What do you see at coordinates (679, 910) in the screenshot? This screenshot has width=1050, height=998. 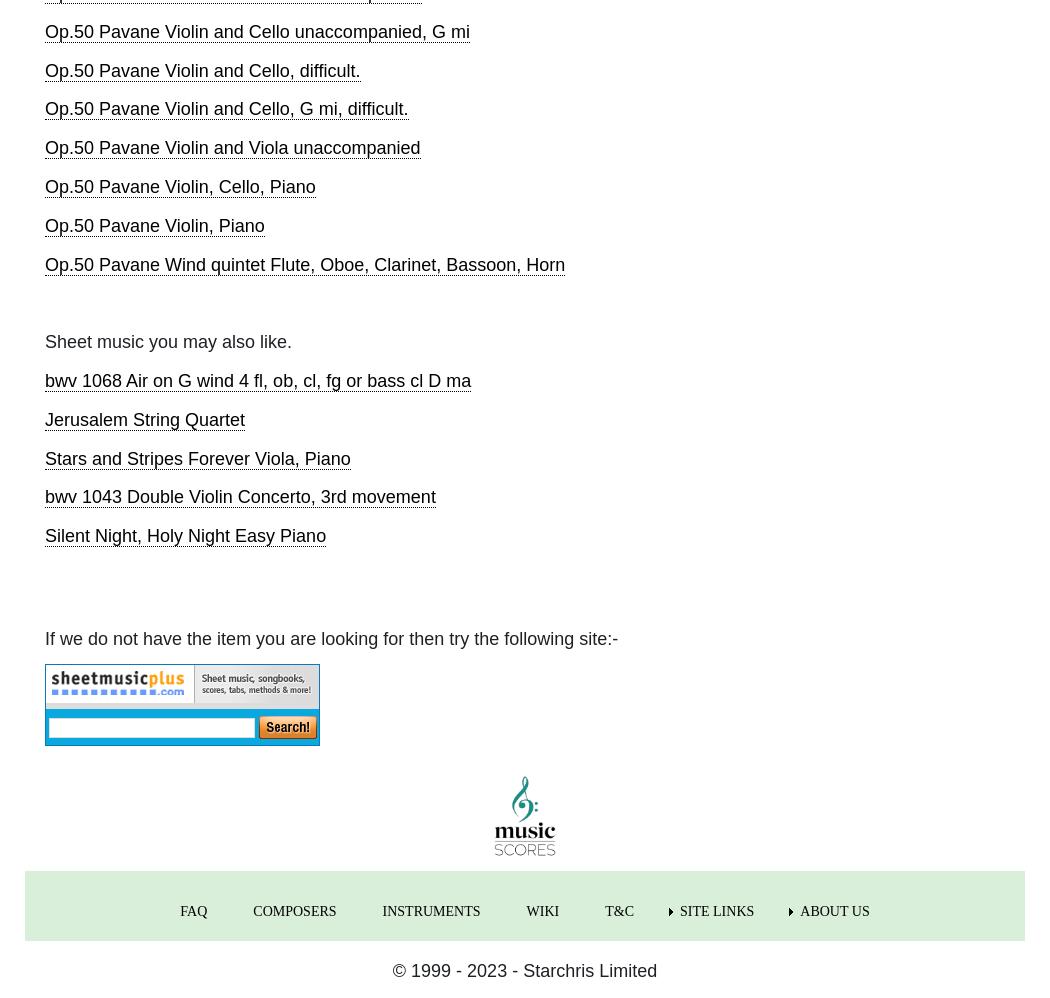 I see `'SITE LINKS'` at bounding box center [679, 910].